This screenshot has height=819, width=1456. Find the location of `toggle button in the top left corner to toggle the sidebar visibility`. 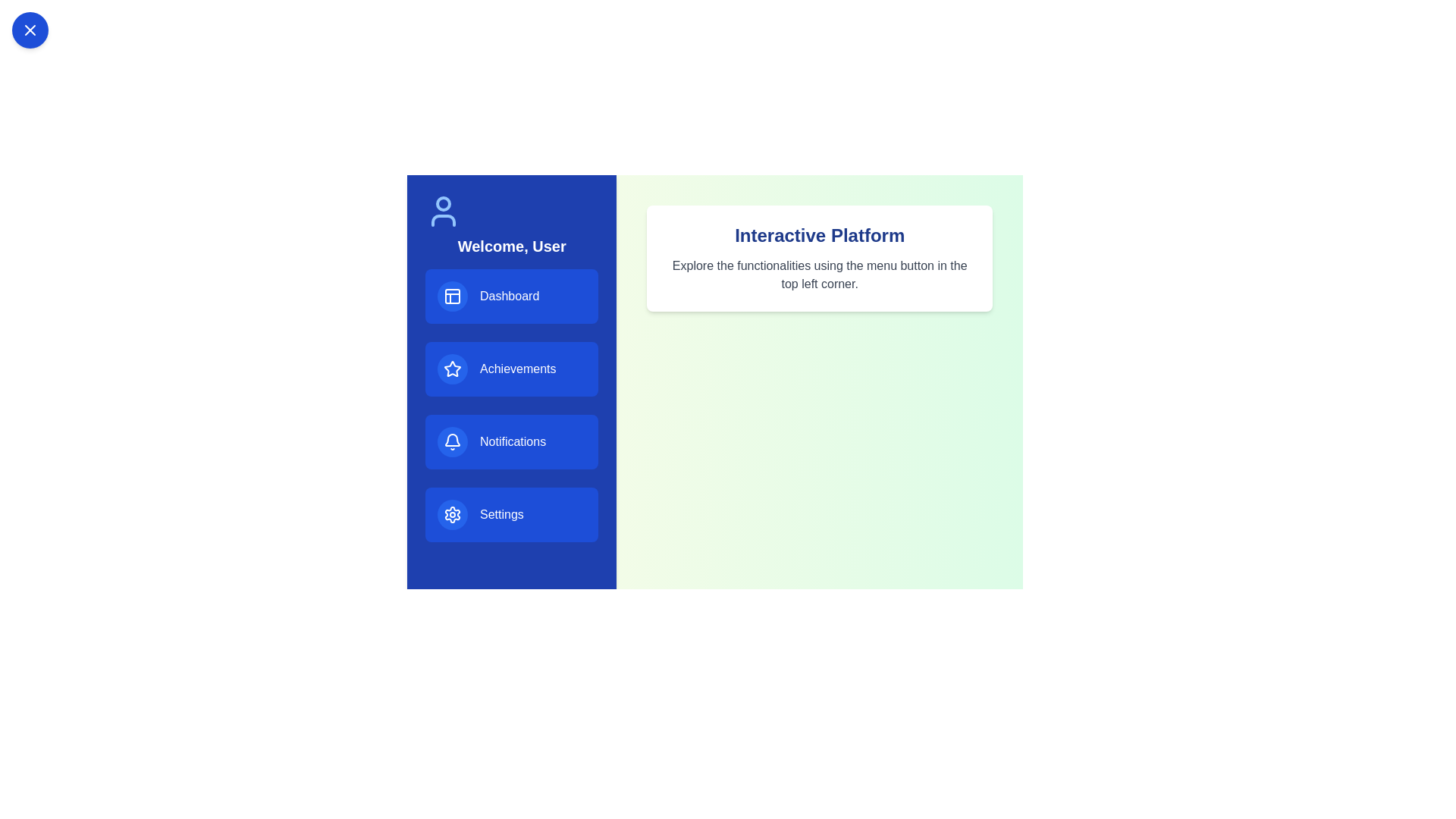

toggle button in the top left corner to toggle the sidebar visibility is located at coordinates (30, 30).